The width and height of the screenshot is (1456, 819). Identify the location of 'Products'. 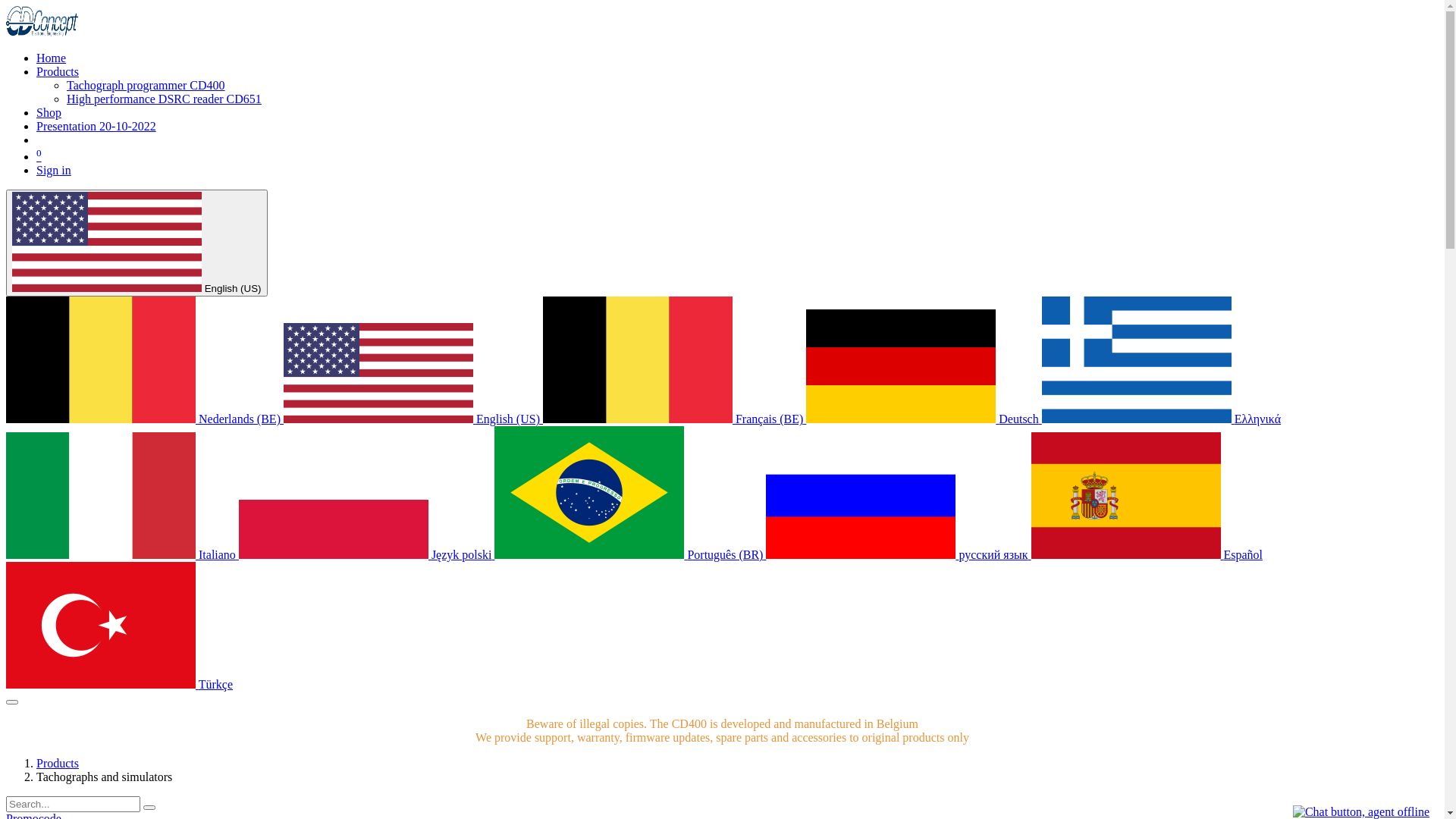
(58, 71).